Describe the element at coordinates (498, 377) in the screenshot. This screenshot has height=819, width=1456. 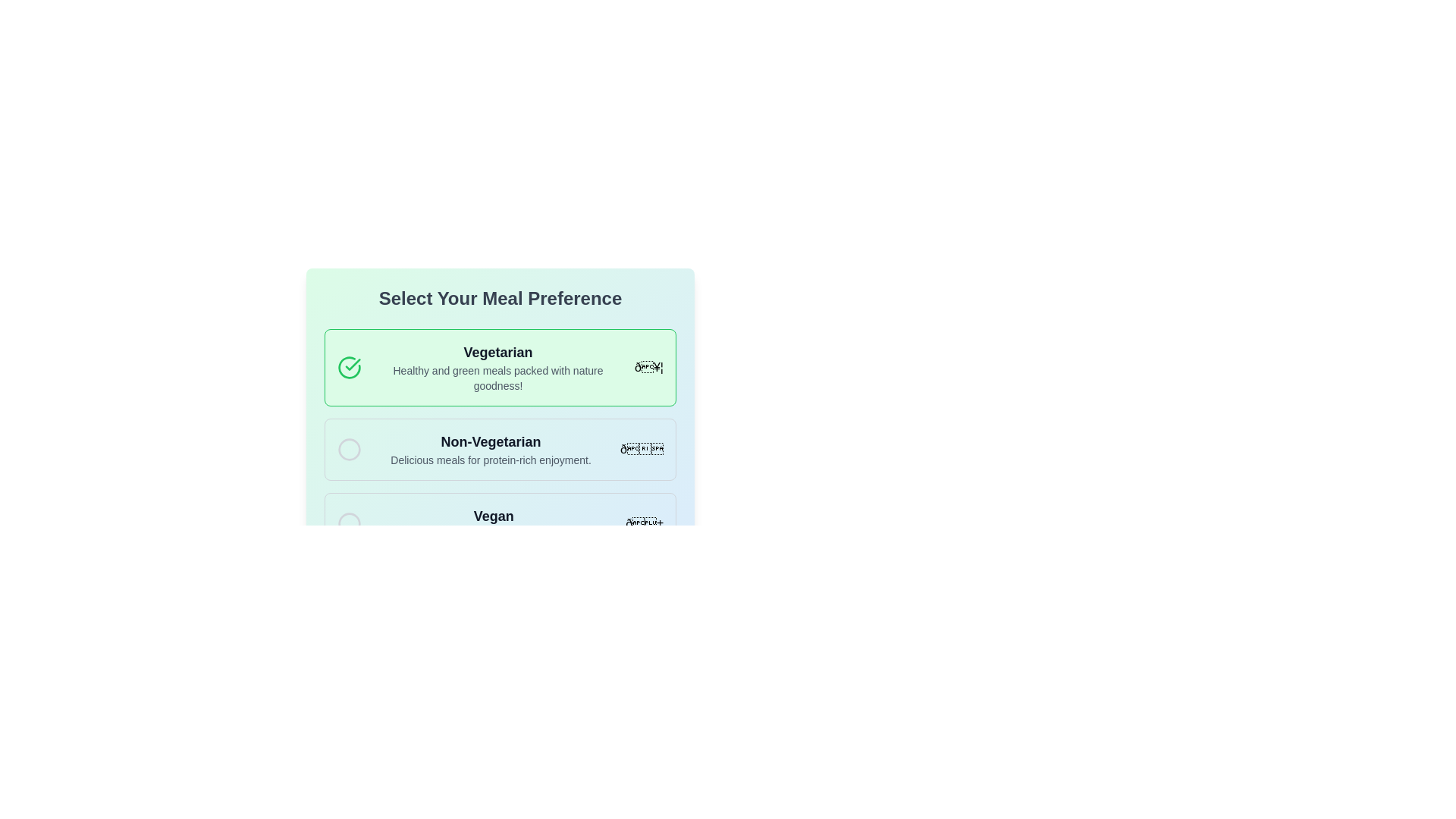
I see `the text label providing supplementary information for the 'Vegetarian' meal option, located below the 'Vegetarian' subtitle in the meal preference selection interface` at that location.